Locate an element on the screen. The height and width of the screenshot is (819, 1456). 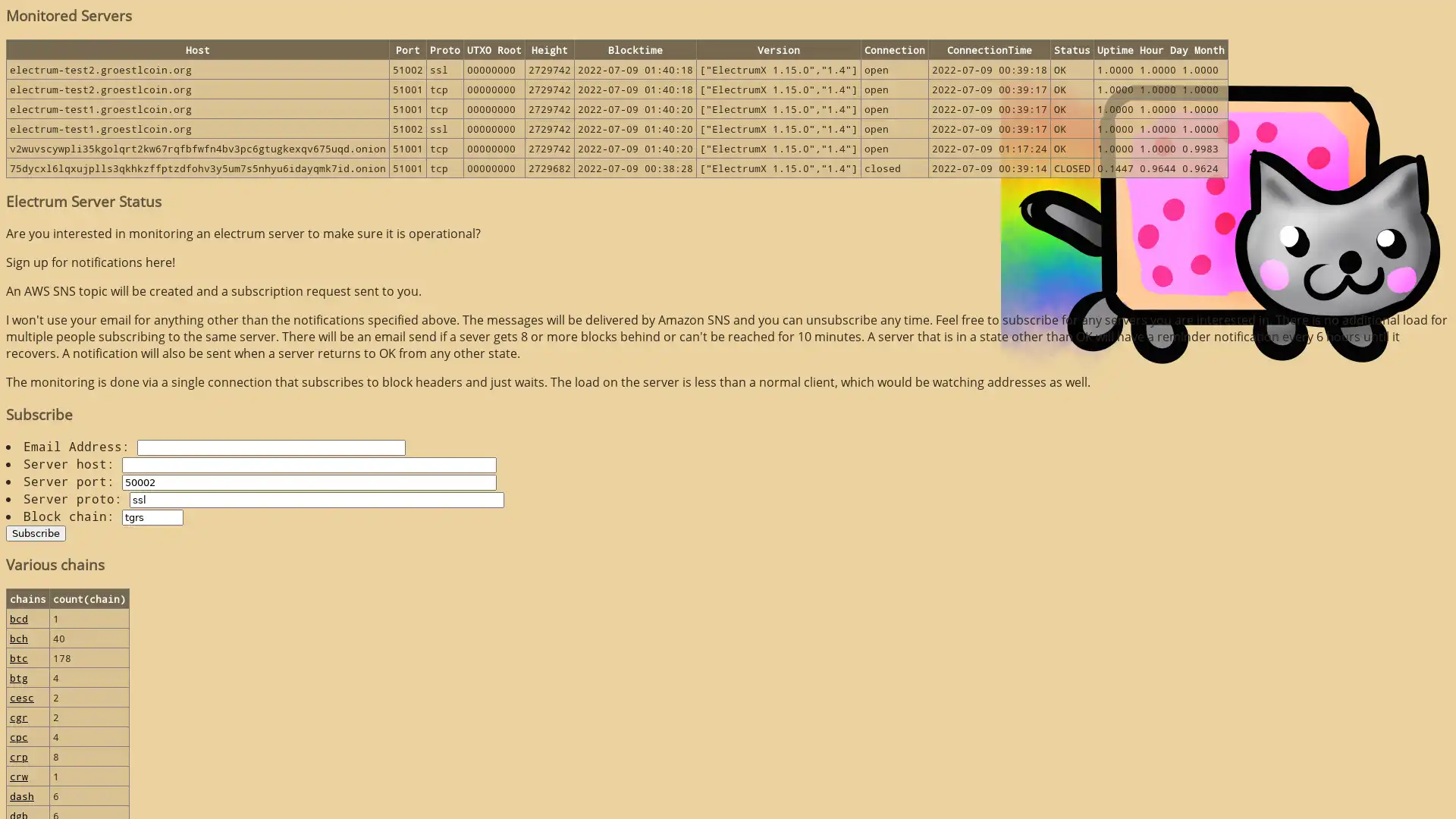
Subscribe is located at coordinates (36, 532).